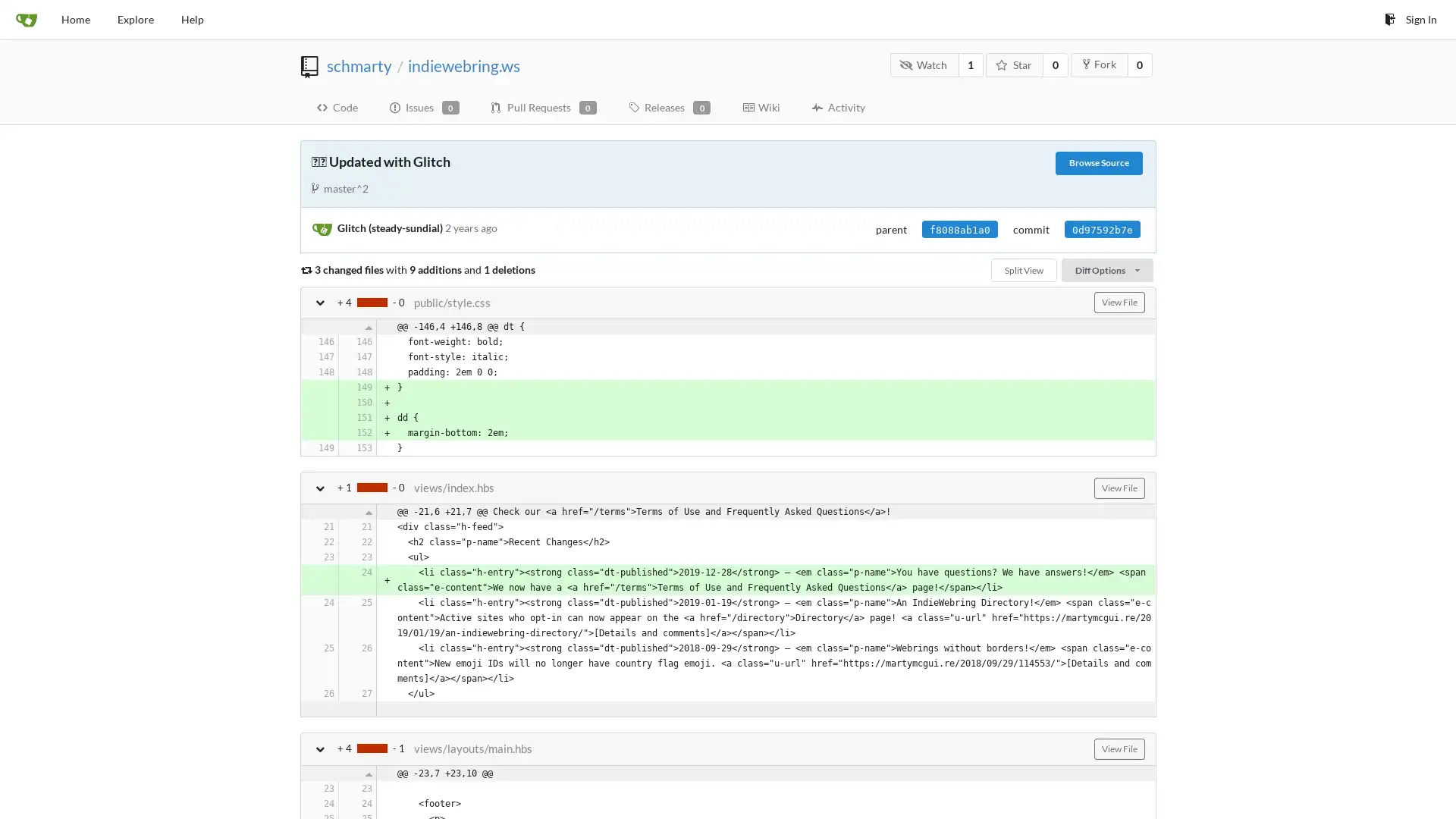 The image size is (1456, 819). What do you see at coordinates (1015, 64) in the screenshot?
I see `Star` at bounding box center [1015, 64].